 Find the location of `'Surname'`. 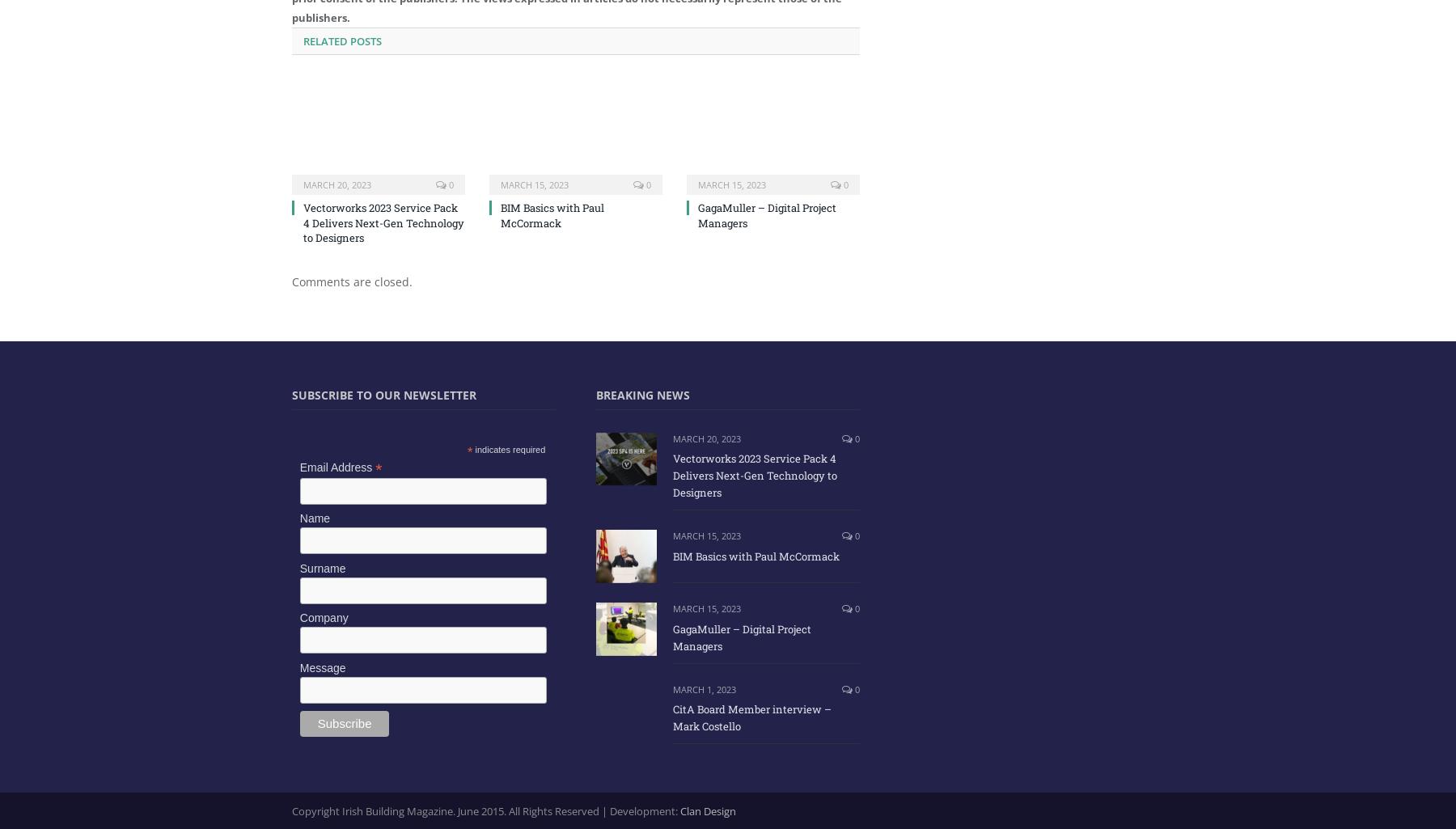

'Surname' is located at coordinates (322, 567).